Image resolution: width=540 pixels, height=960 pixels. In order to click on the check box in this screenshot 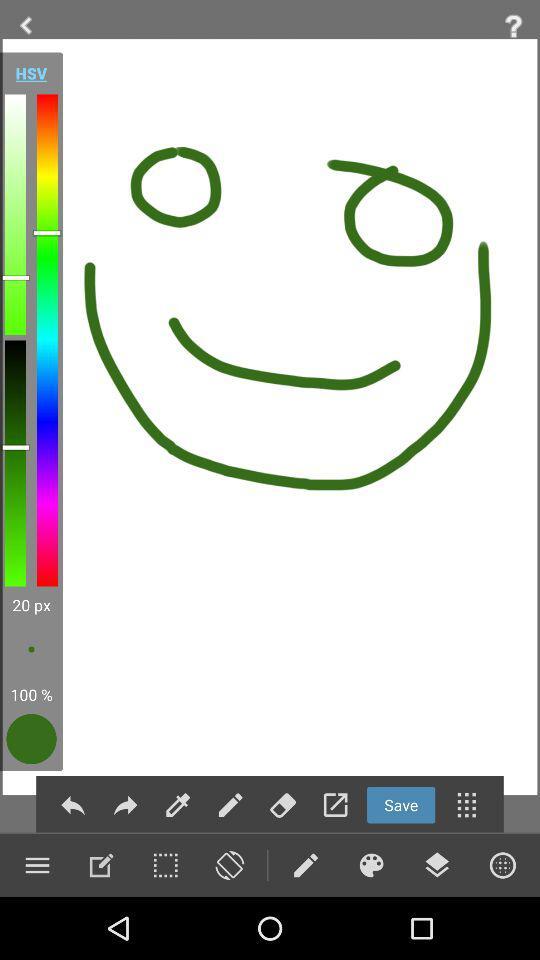, I will do `click(164, 864)`.